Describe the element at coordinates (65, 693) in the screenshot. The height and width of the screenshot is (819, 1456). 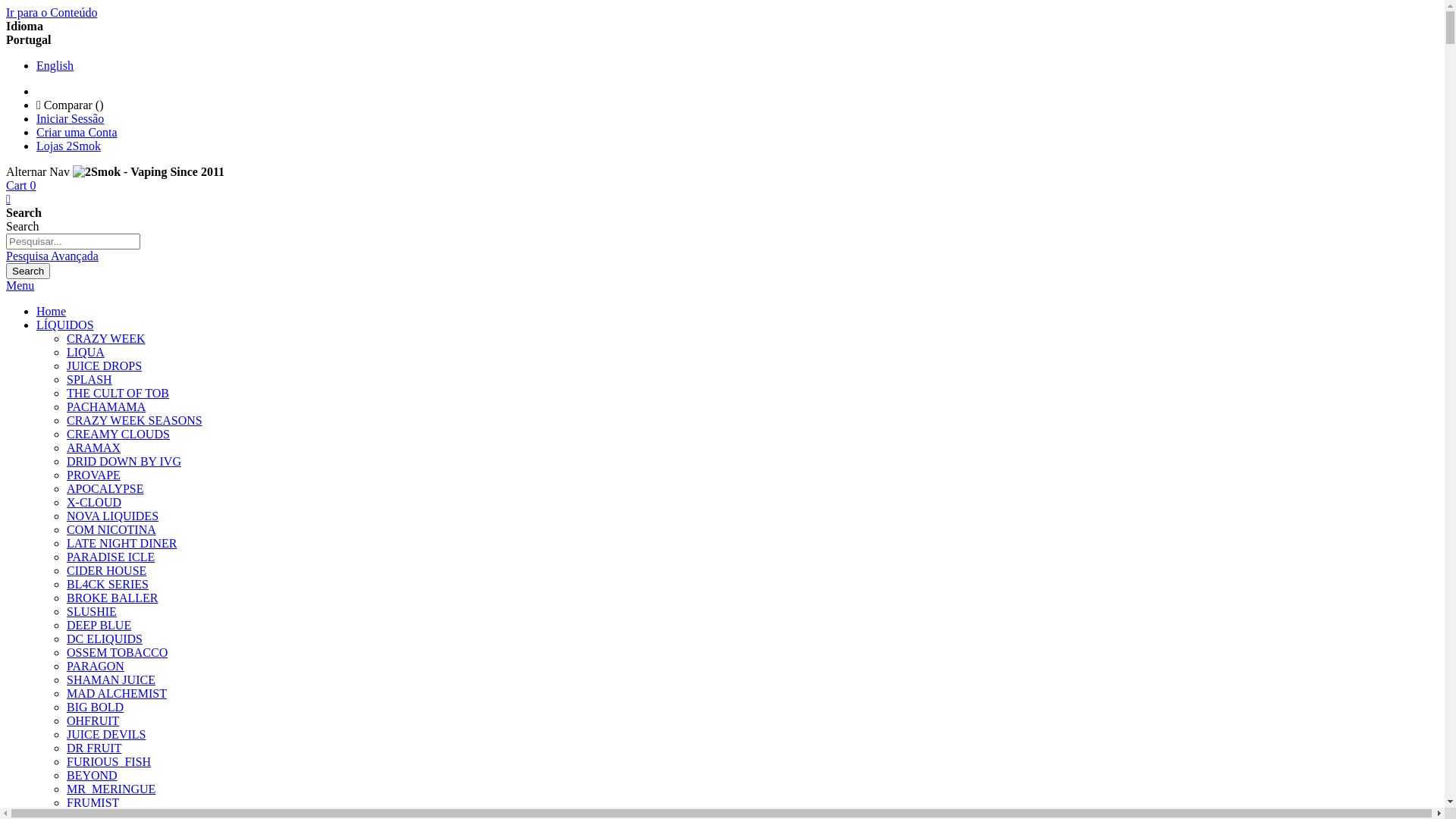
I see `'MAD ALCHEMIST'` at that location.